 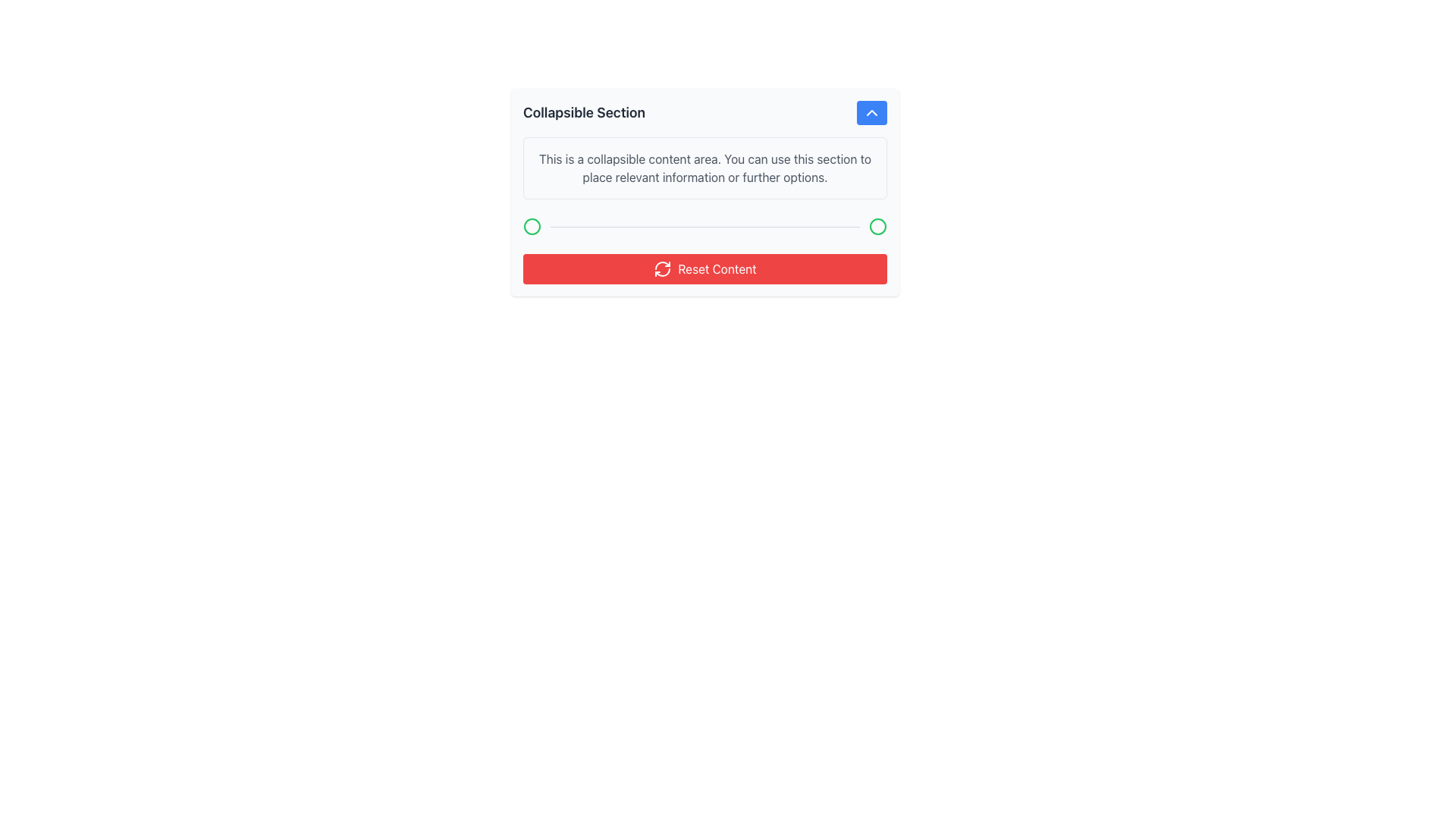 I want to click on the visual separator or progress bar located above the red 'Reset Content' button in the collapsible section, so click(x=704, y=227).